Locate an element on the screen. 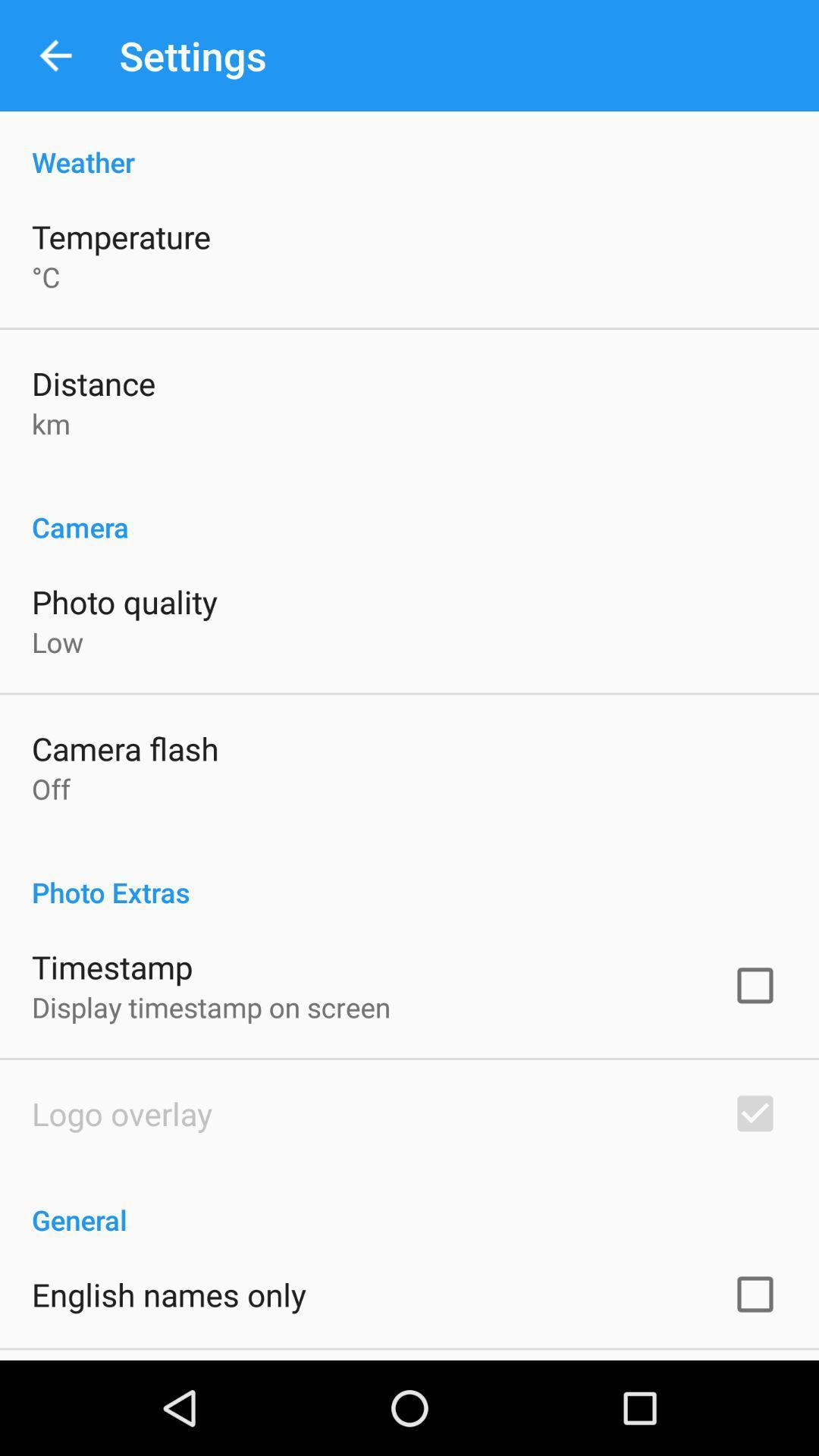 This screenshot has width=819, height=1456. icon above the distance icon is located at coordinates (45, 277).